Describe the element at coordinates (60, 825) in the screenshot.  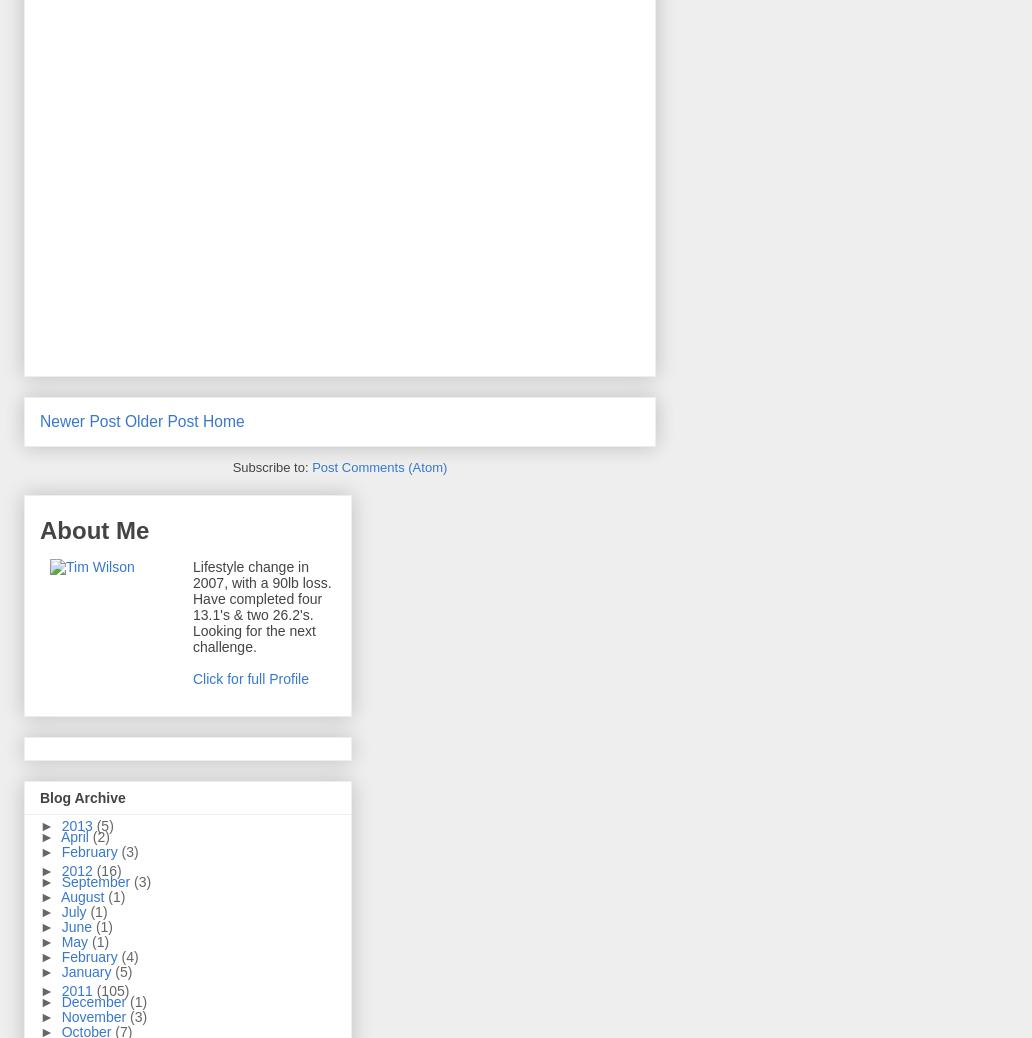
I see `'2013'` at that location.